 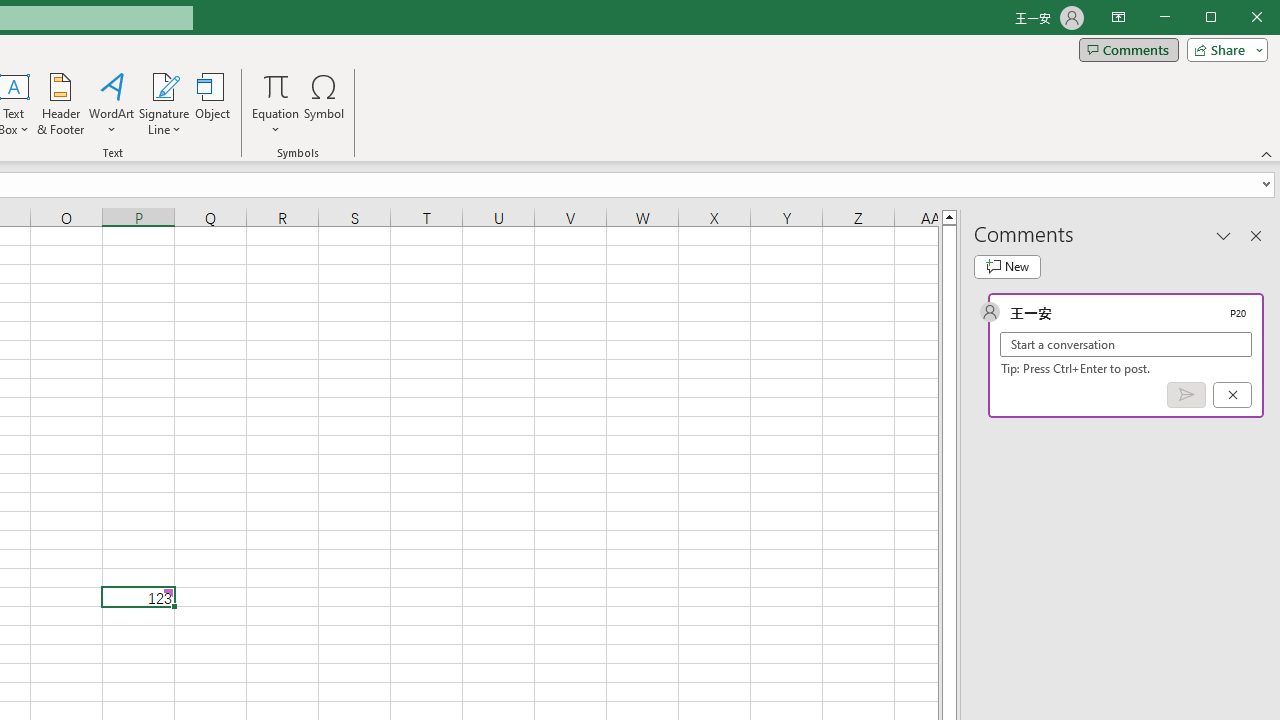 I want to click on 'Signature Line', so click(x=164, y=85).